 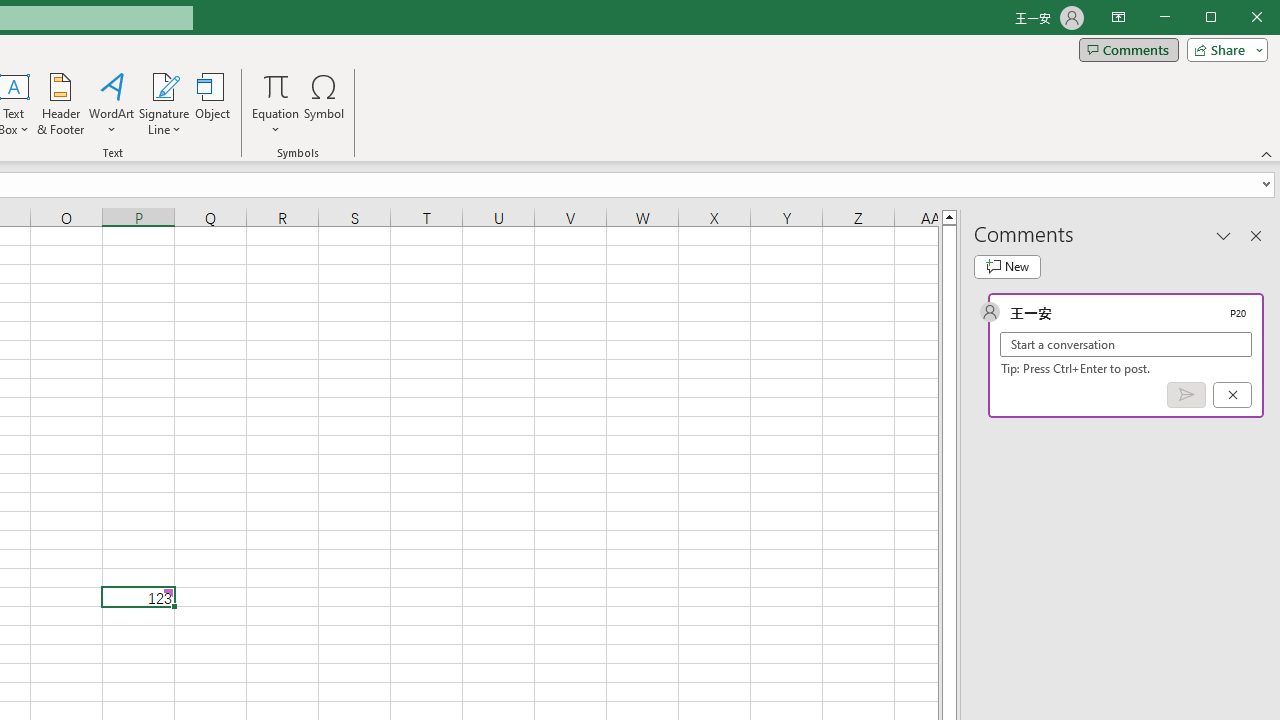 I want to click on 'Signature Line', so click(x=164, y=85).